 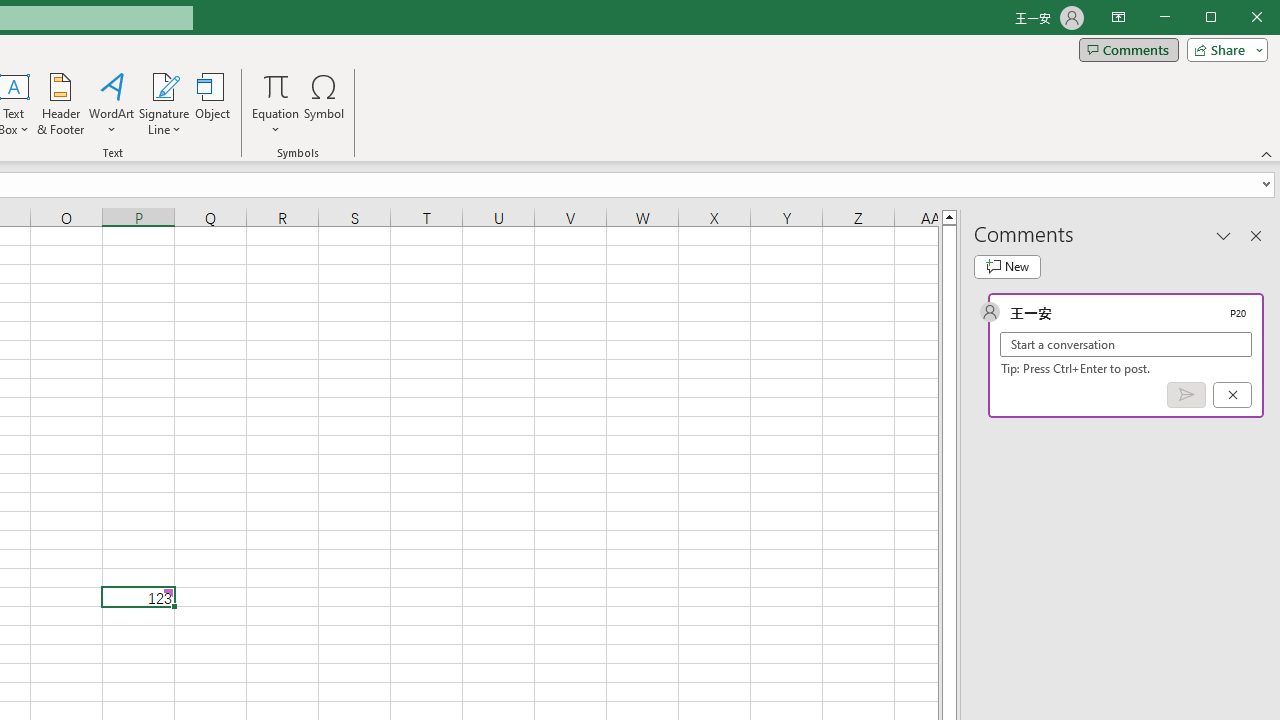 I want to click on 'Signature Line', so click(x=164, y=85).